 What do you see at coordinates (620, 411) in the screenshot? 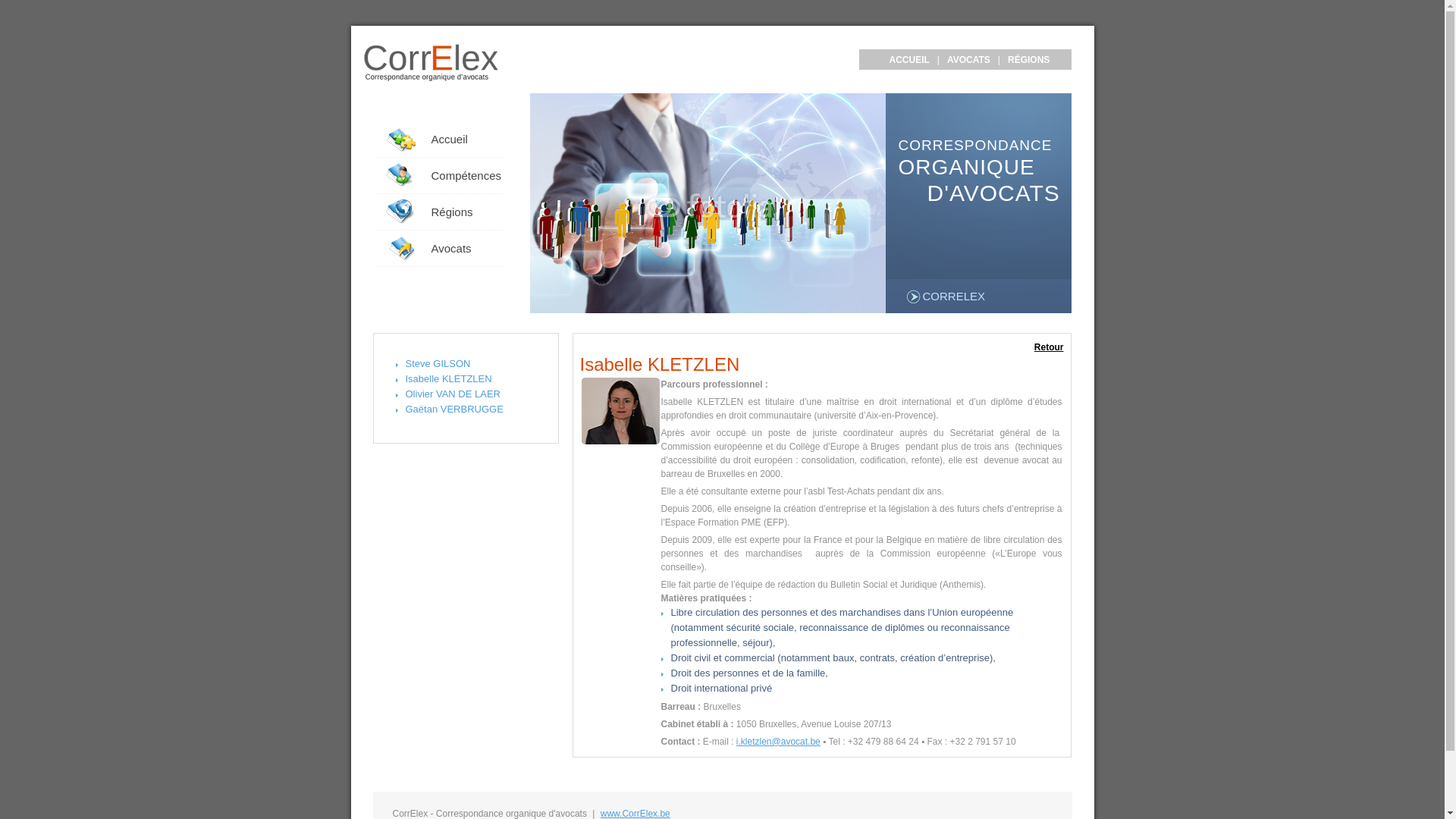
I see `'Isabelle KLETZLEN'` at bounding box center [620, 411].